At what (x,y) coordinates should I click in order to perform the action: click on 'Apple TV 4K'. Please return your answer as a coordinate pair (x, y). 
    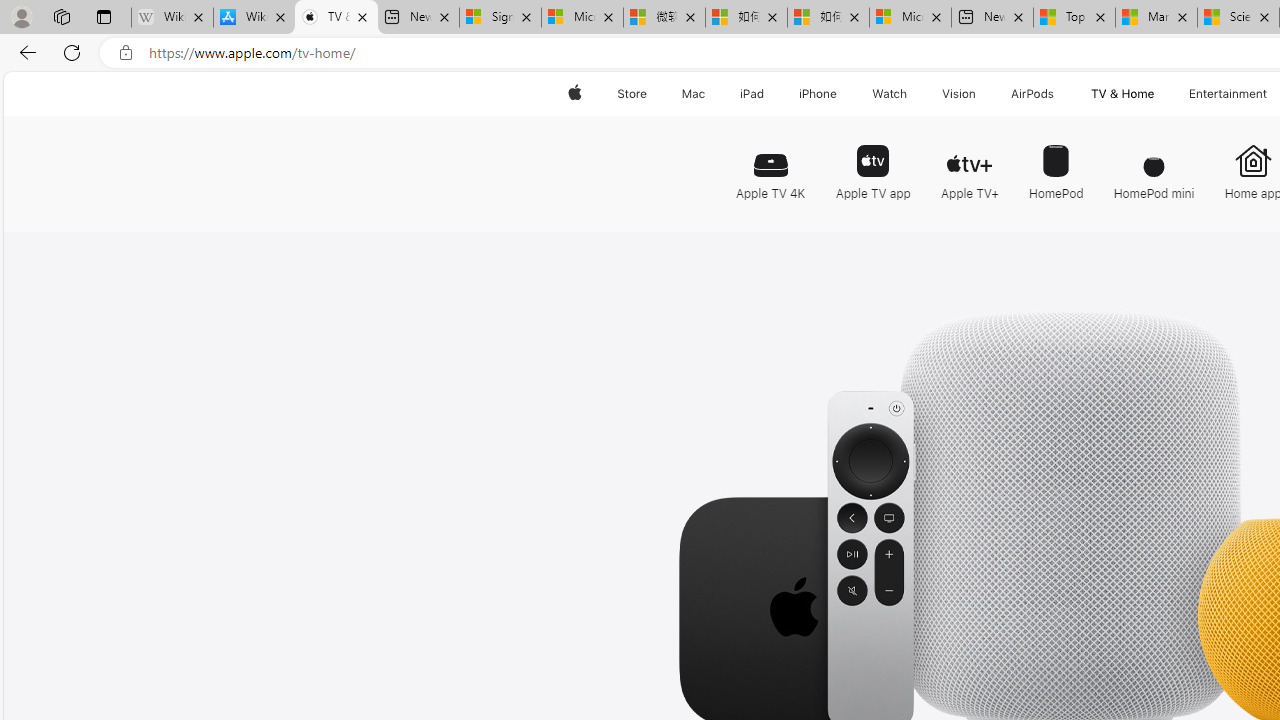
    Looking at the image, I should click on (774, 162).